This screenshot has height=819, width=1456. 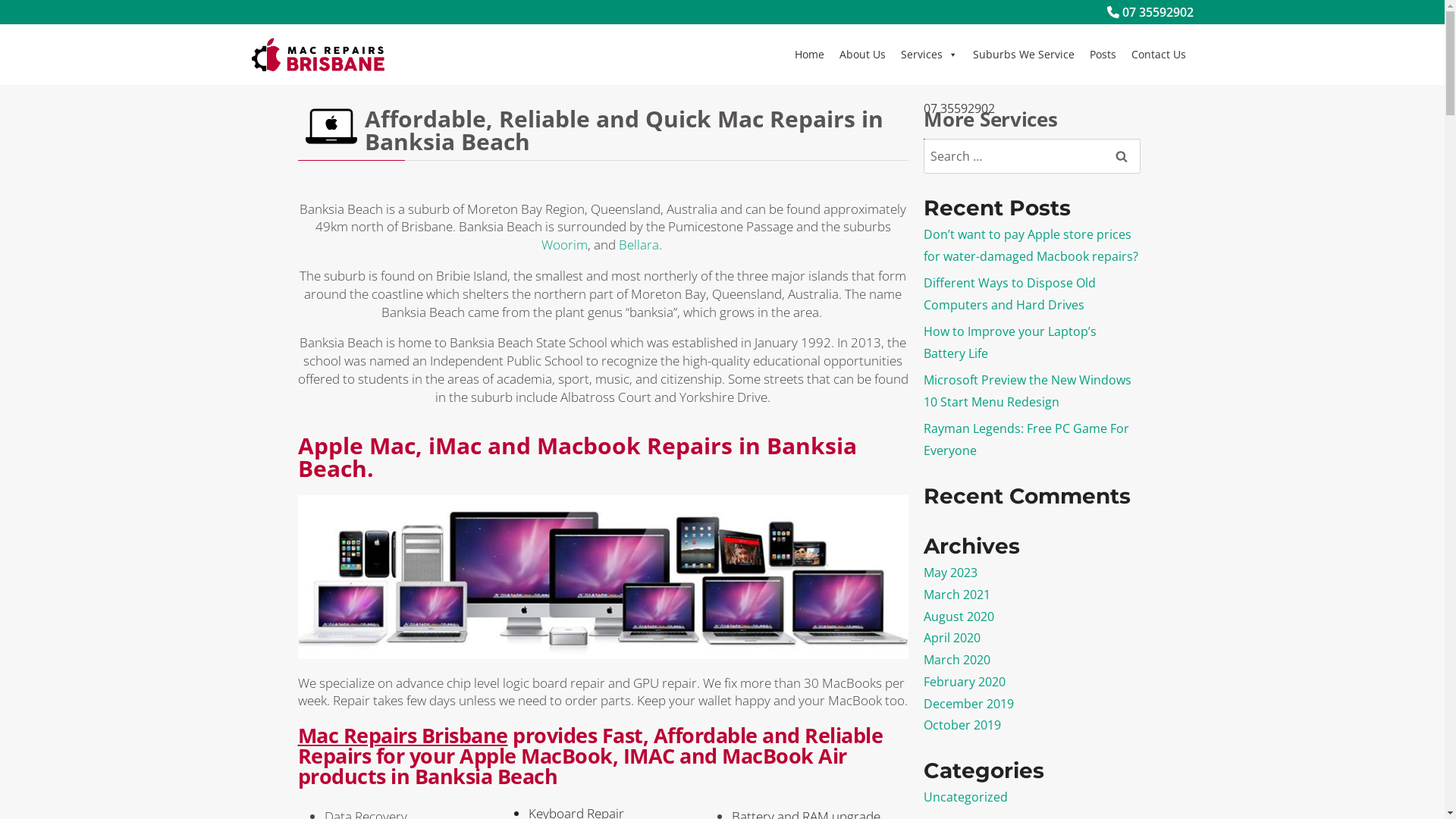 What do you see at coordinates (923, 680) in the screenshot?
I see `'February 2020'` at bounding box center [923, 680].